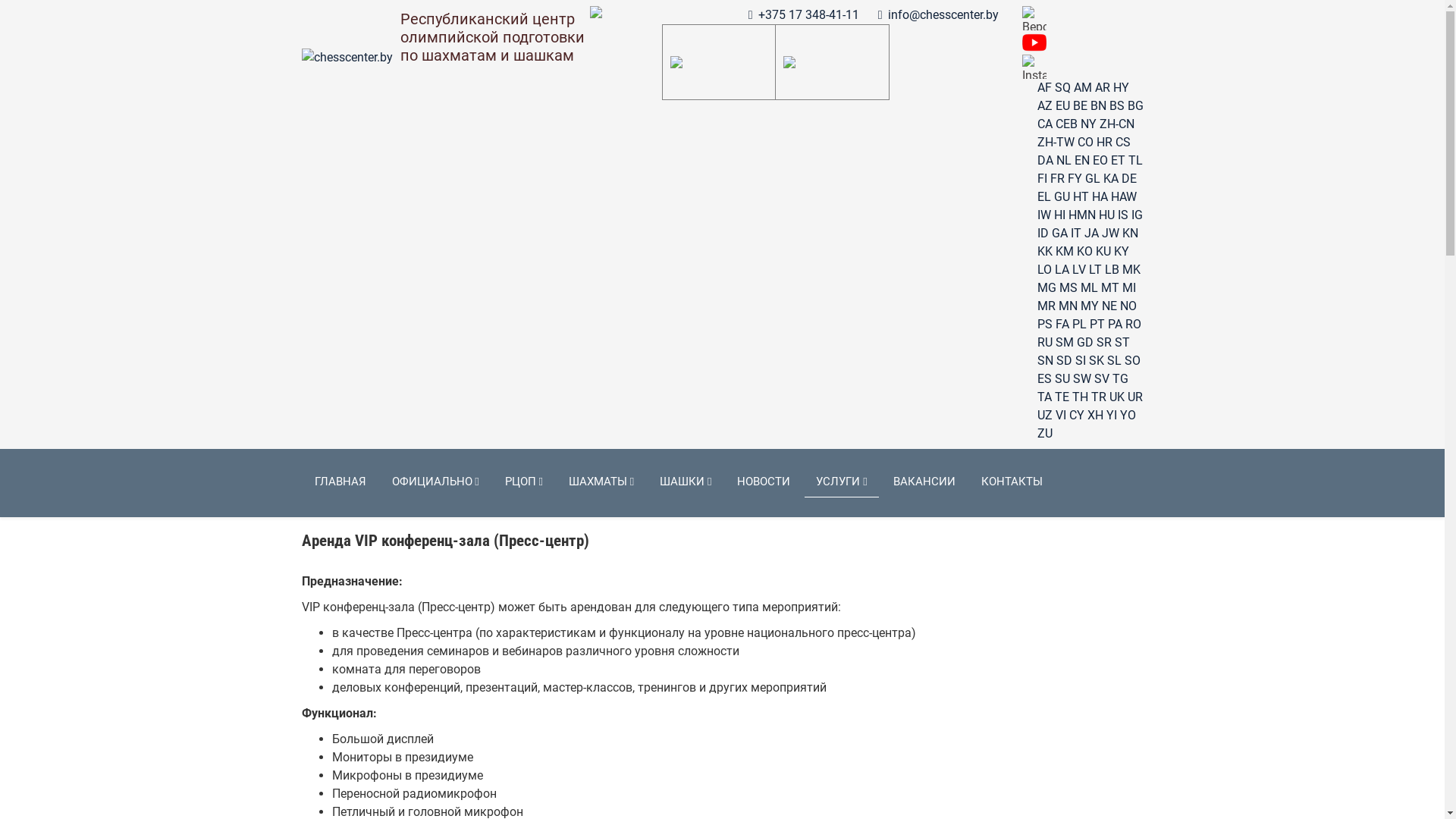 This screenshot has width=1456, height=819. Describe the element at coordinates (1037, 415) in the screenshot. I see `'UZ'` at that location.